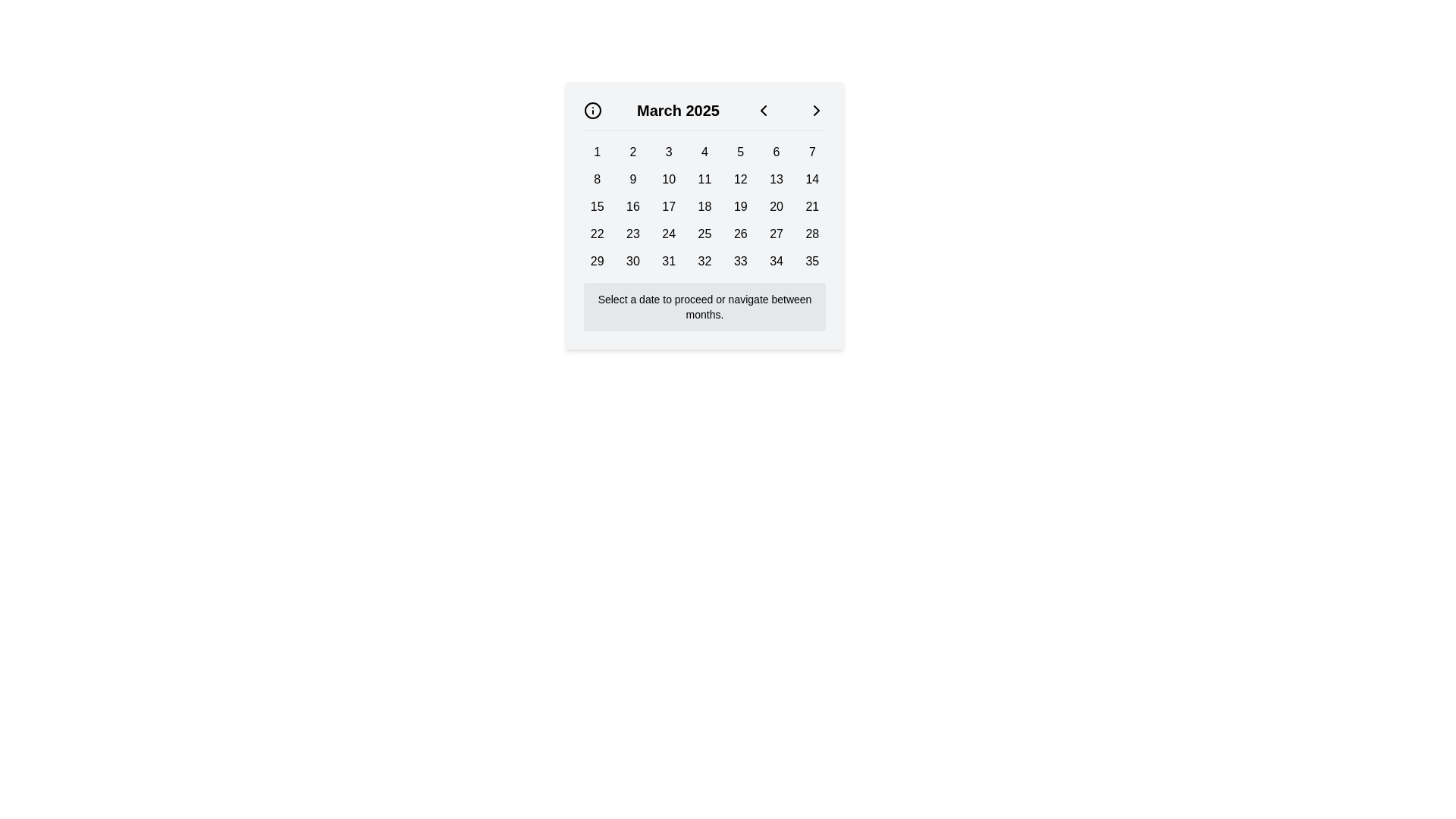 The height and width of the screenshot is (819, 1456). Describe the element at coordinates (633, 234) in the screenshot. I see `the button labeled '23' located in the fourth row and second column of the calendar grid` at that location.